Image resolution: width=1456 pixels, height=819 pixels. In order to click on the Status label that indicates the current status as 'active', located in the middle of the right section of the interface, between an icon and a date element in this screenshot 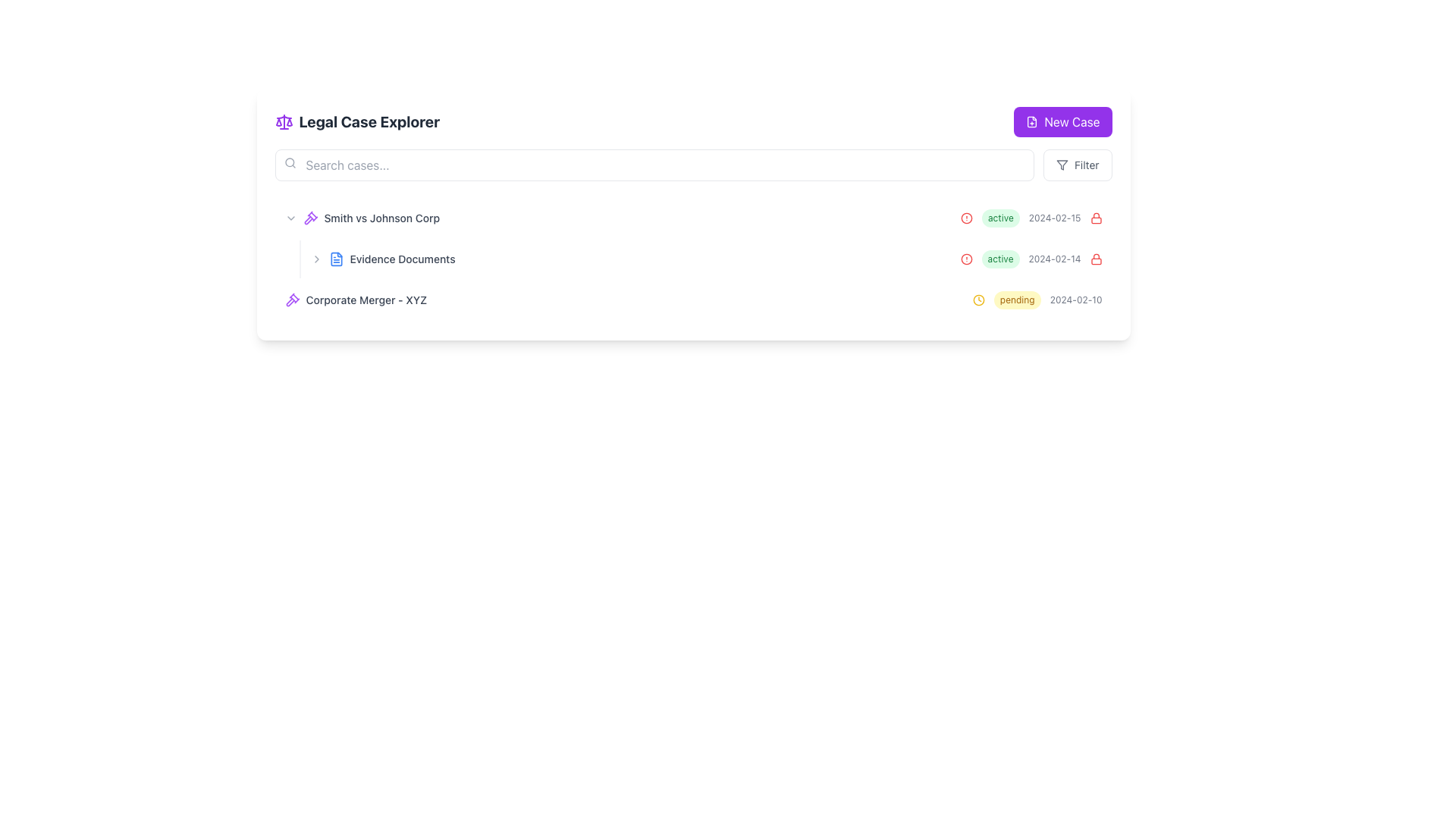, I will do `click(1000, 218)`.